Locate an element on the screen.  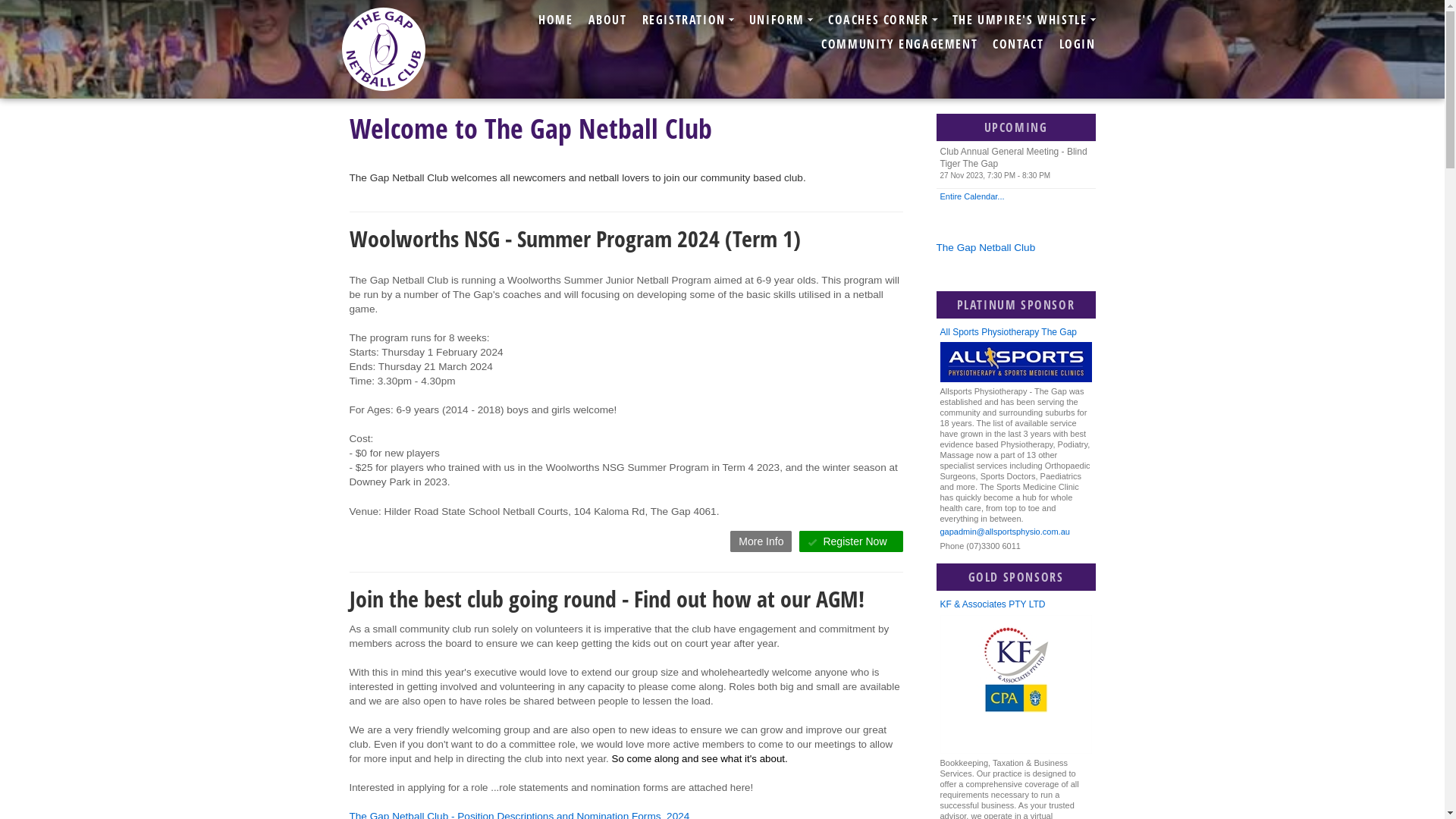
'gapadmin@allsportsphysio.com.au' is located at coordinates (939, 532).